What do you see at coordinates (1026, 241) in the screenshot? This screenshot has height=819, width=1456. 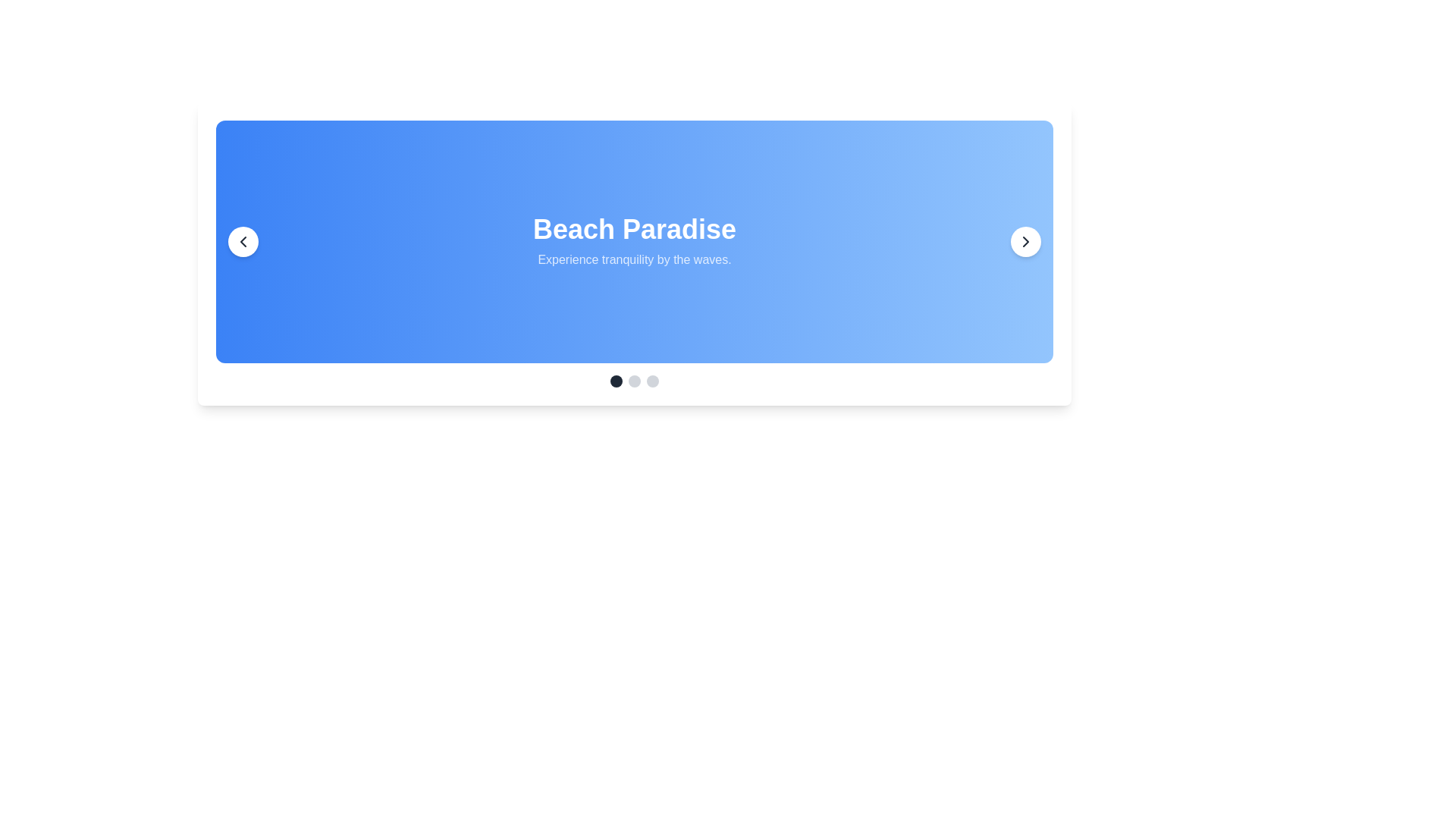 I see `the right-pointing chevron SVG icon with a thin stroke line, located within a circular button on the right side of a blue card interface` at bounding box center [1026, 241].